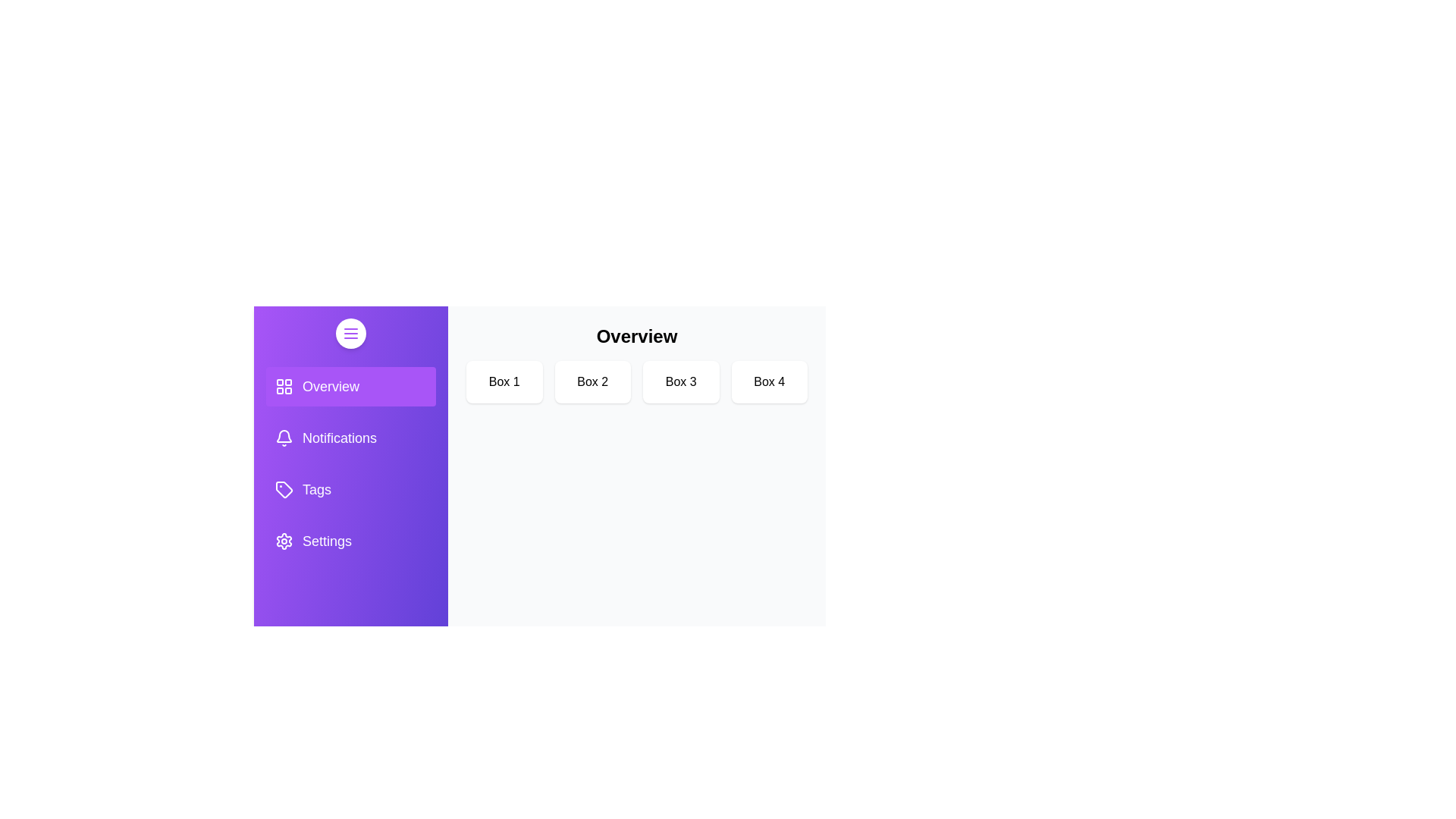 Image resolution: width=1456 pixels, height=819 pixels. What do you see at coordinates (350, 385) in the screenshot?
I see `the sidebar tab Overview` at bounding box center [350, 385].